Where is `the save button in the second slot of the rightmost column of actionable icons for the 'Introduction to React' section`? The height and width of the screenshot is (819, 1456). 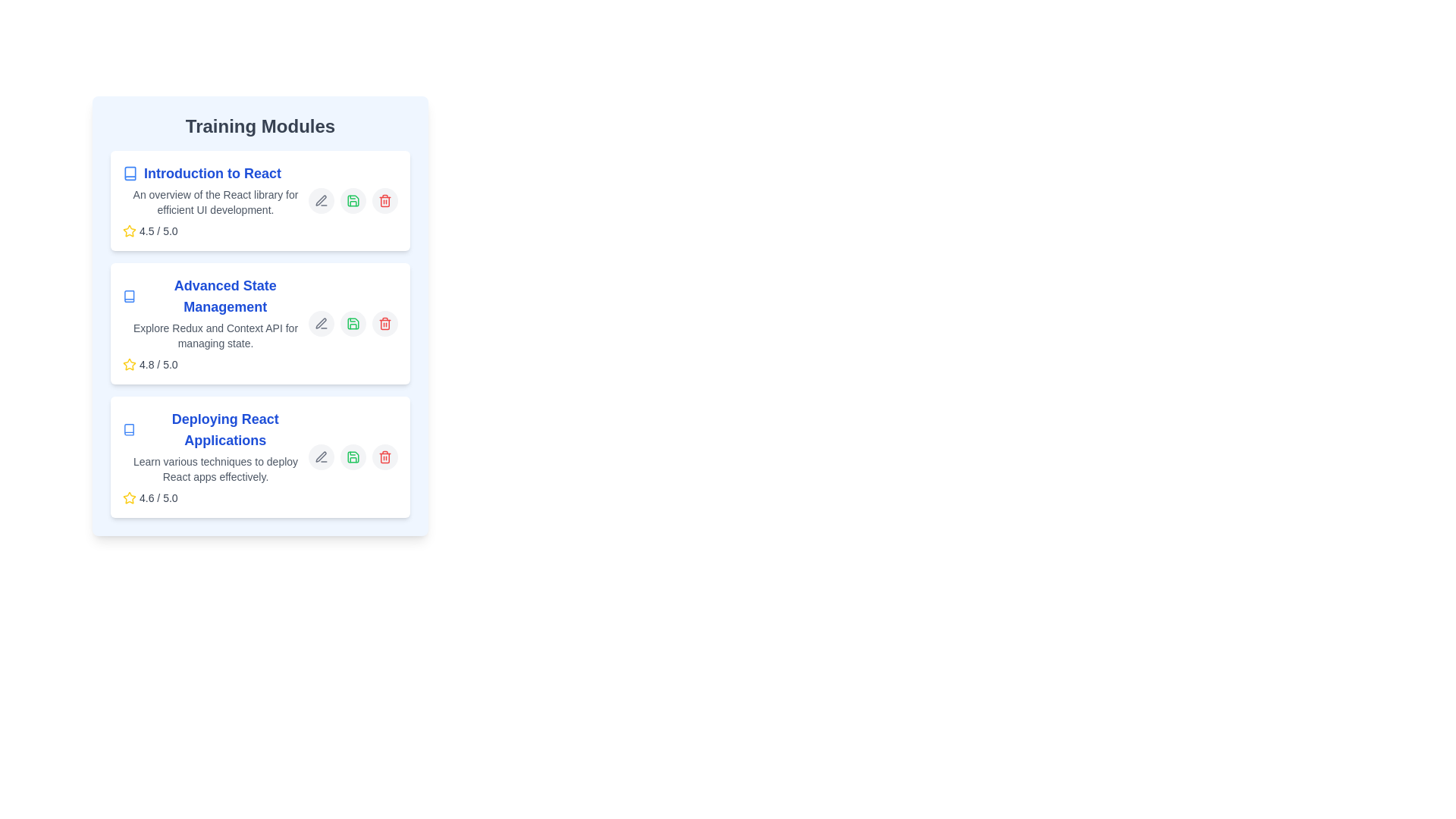 the save button in the second slot of the rightmost column of actionable icons for the 'Introduction to React' section is located at coordinates (352, 200).